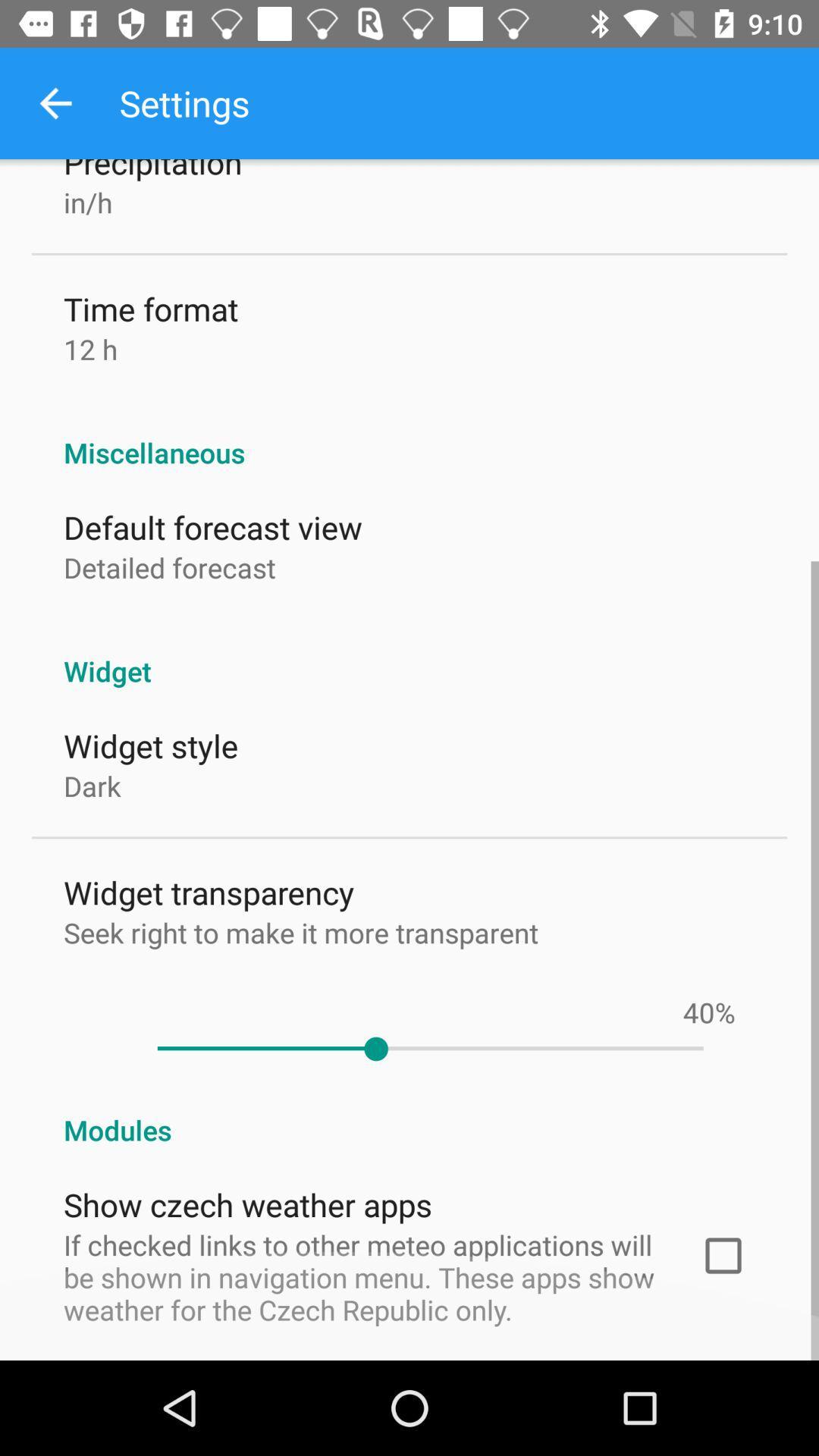  Describe the element at coordinates (409, 436) in the screenshot. I see `the miscellaneous` at that location.